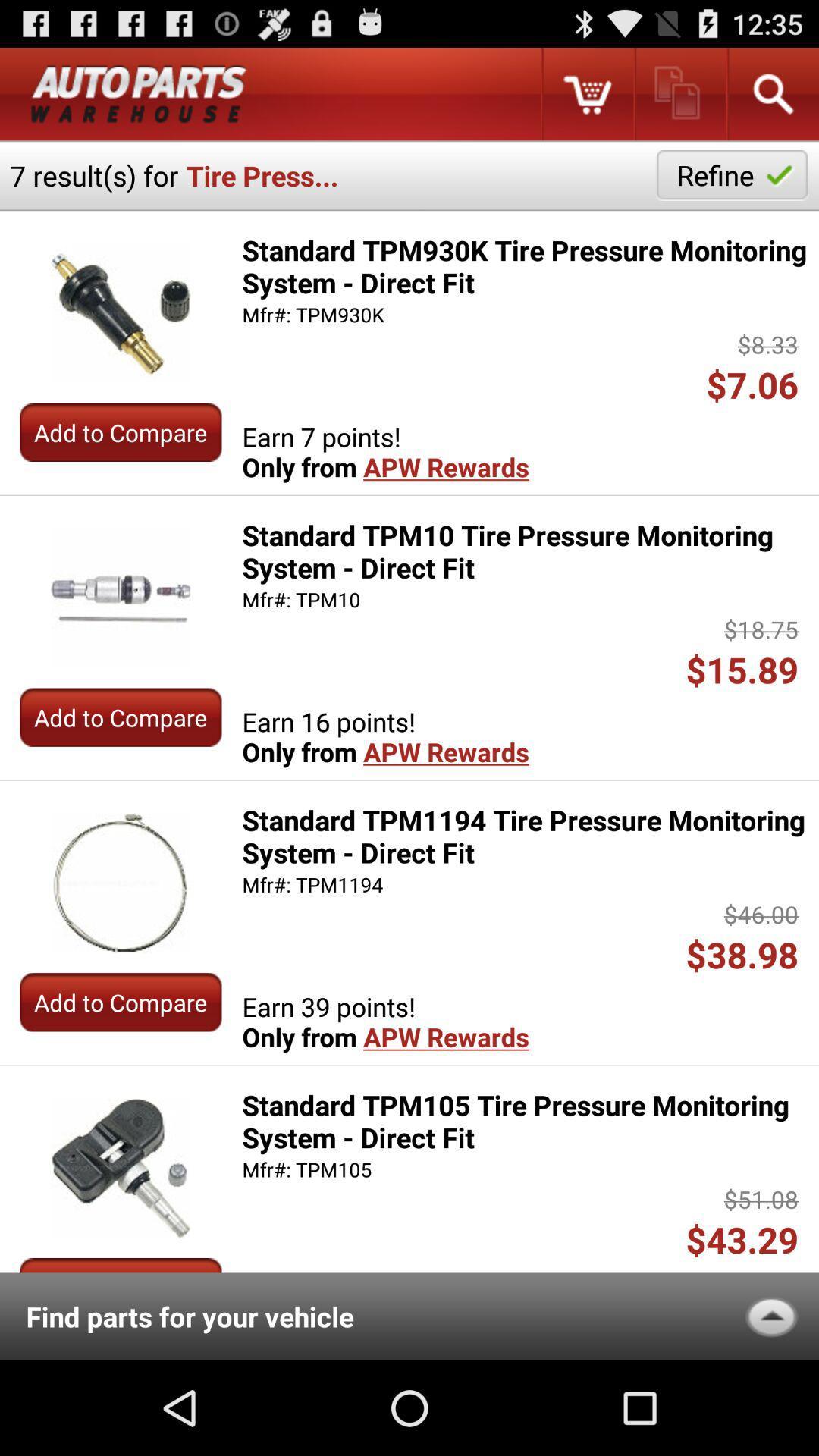 The height and width of the screenshot is (1456, 819). What do you see at coordinates (772, 93) in the screenshot?
I see `search auto parts` at bounding box center [772, 93].